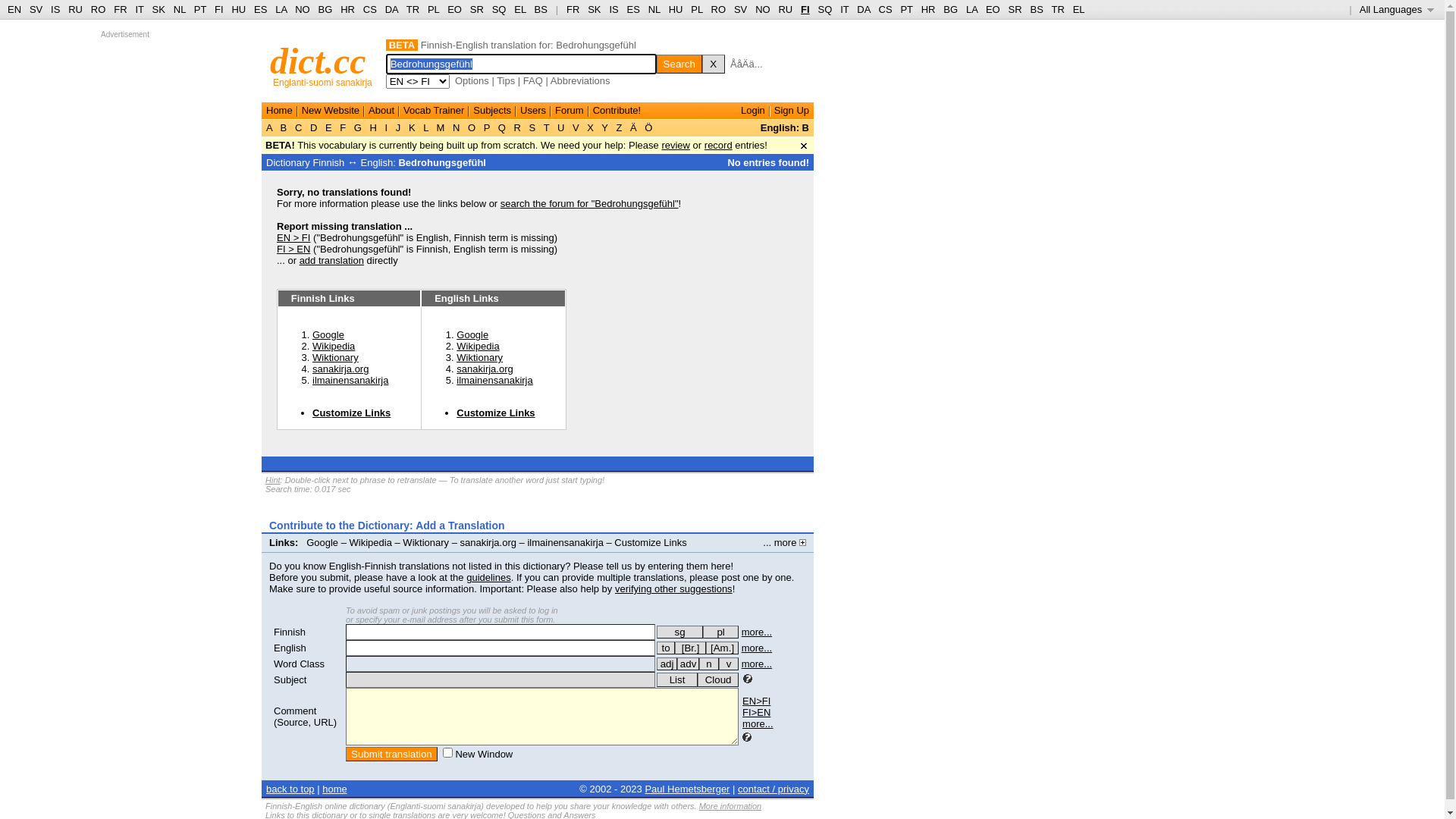 This screenshot has height=819, width=1456. Describe the element at coordinates (488, 541) in the screenshot. I see `'sanakirja.org'` at that location.